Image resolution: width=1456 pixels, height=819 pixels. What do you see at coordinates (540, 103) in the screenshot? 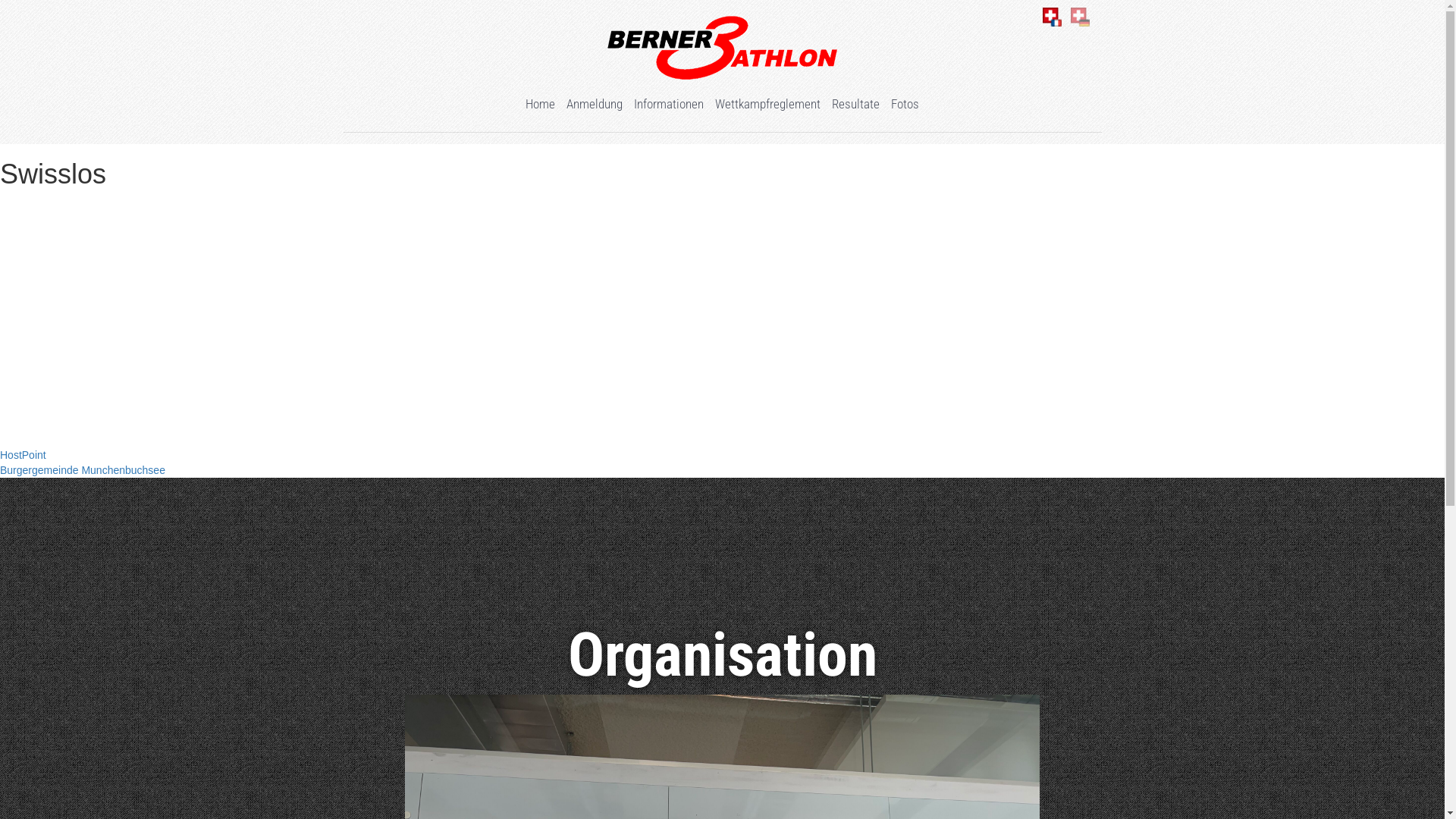
I see `'Home'` at bounding box center [540, 103].